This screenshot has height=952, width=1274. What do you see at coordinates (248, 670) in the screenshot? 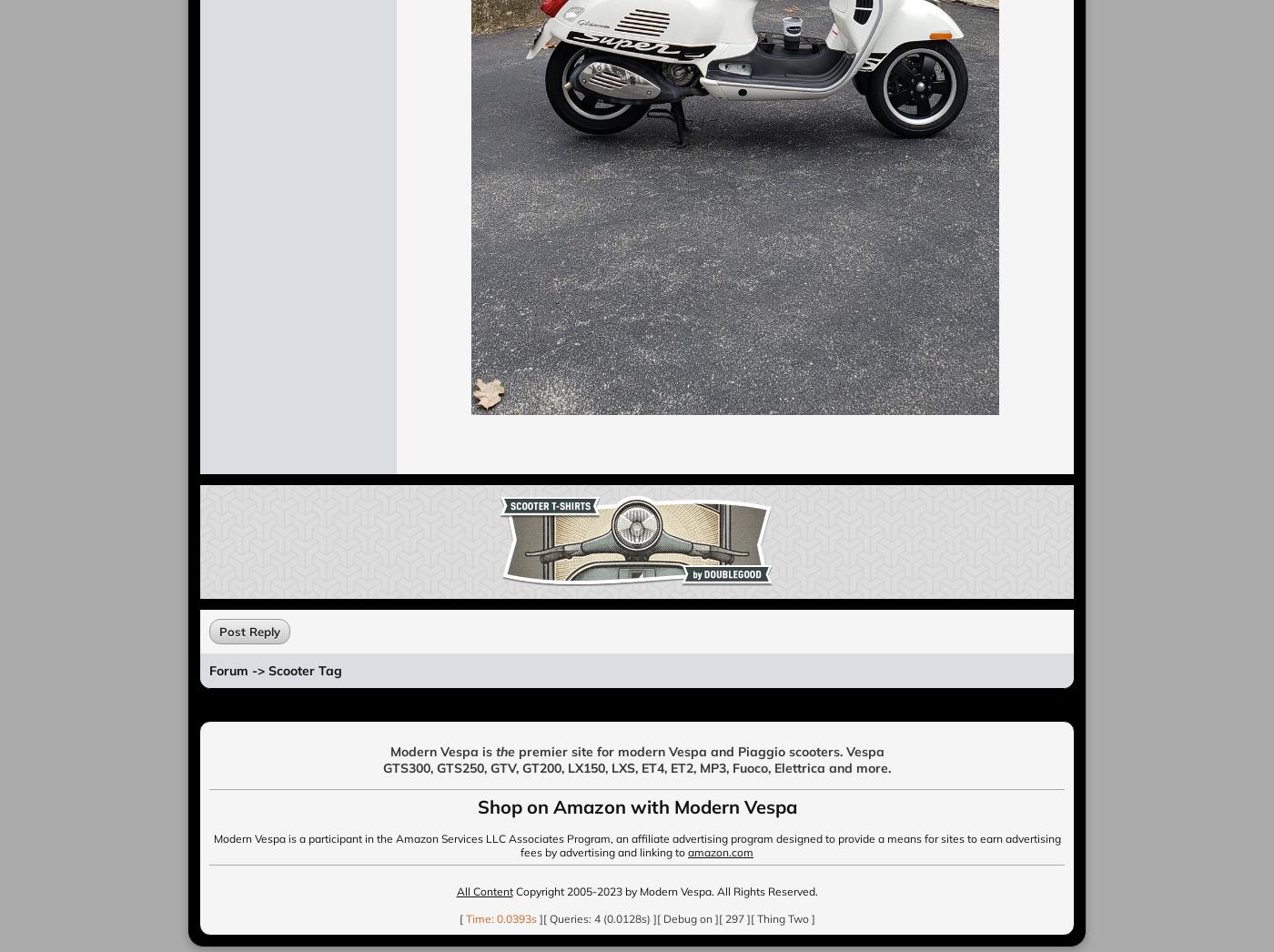
I see `'->'` at bounding box center [248, 670].